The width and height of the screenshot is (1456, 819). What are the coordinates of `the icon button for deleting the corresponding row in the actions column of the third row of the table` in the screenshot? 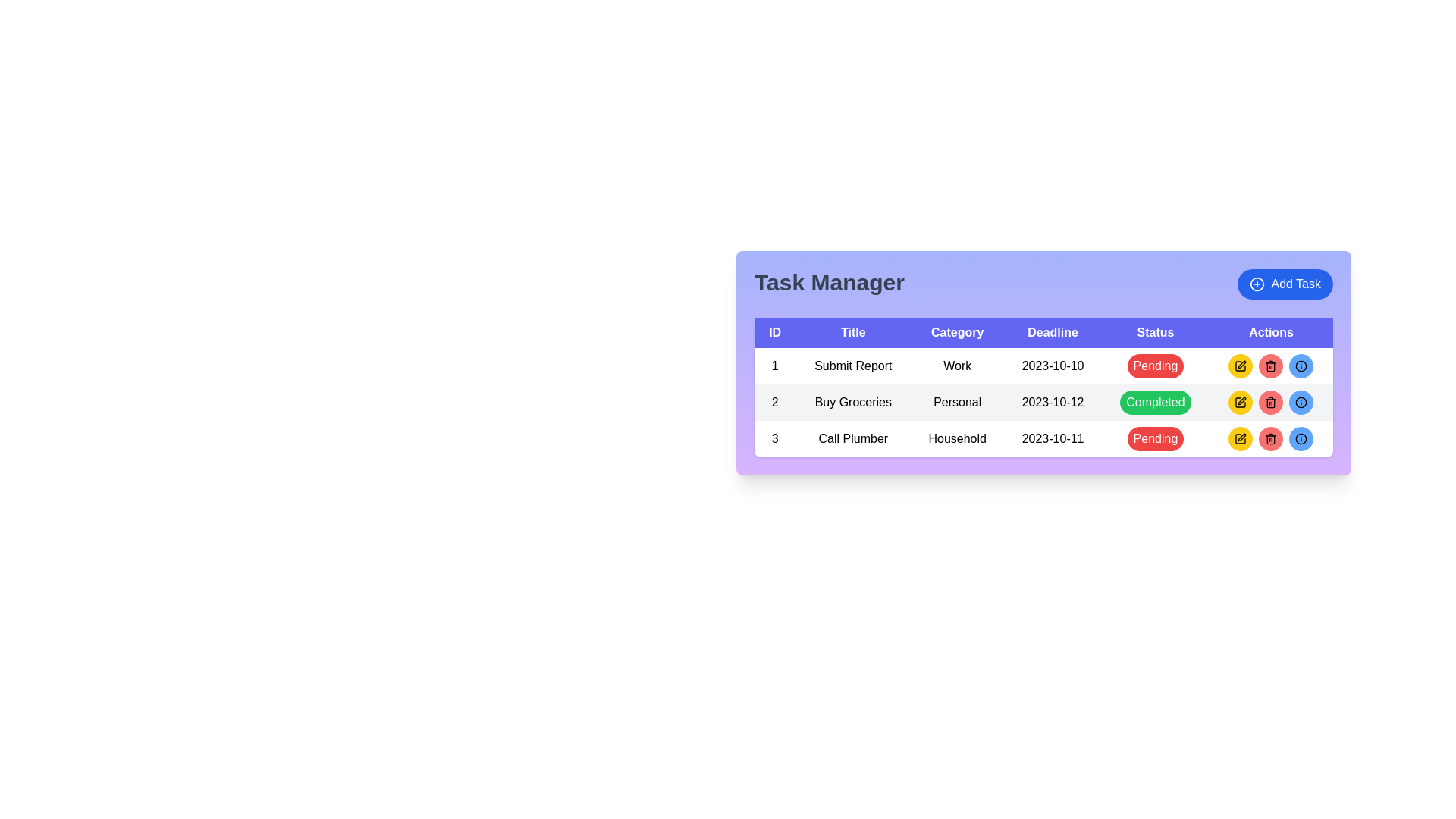 It's located at (1271, 438).